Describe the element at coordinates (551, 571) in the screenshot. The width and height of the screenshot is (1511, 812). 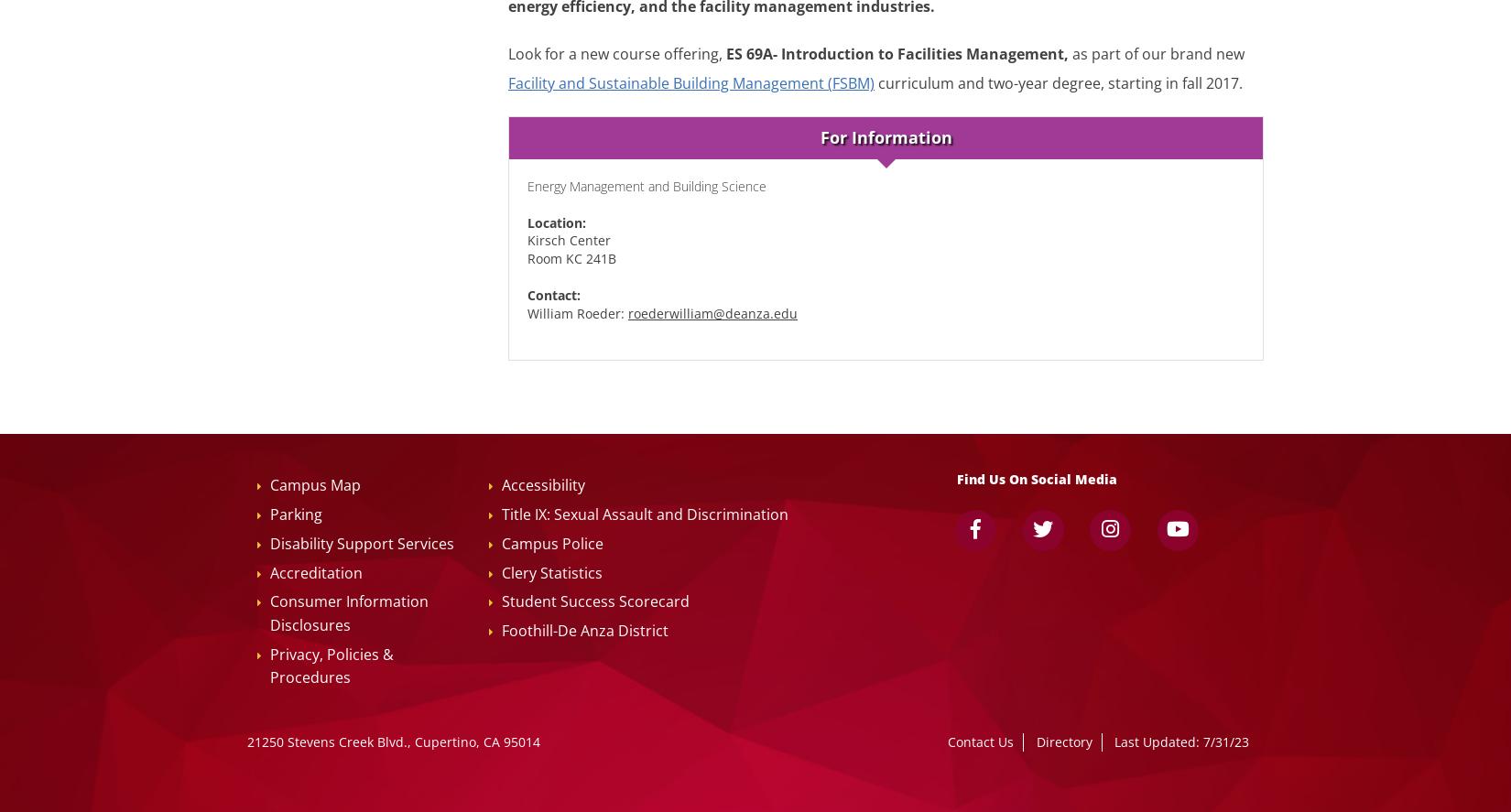
I see `'Clery Statistics'` at that location.